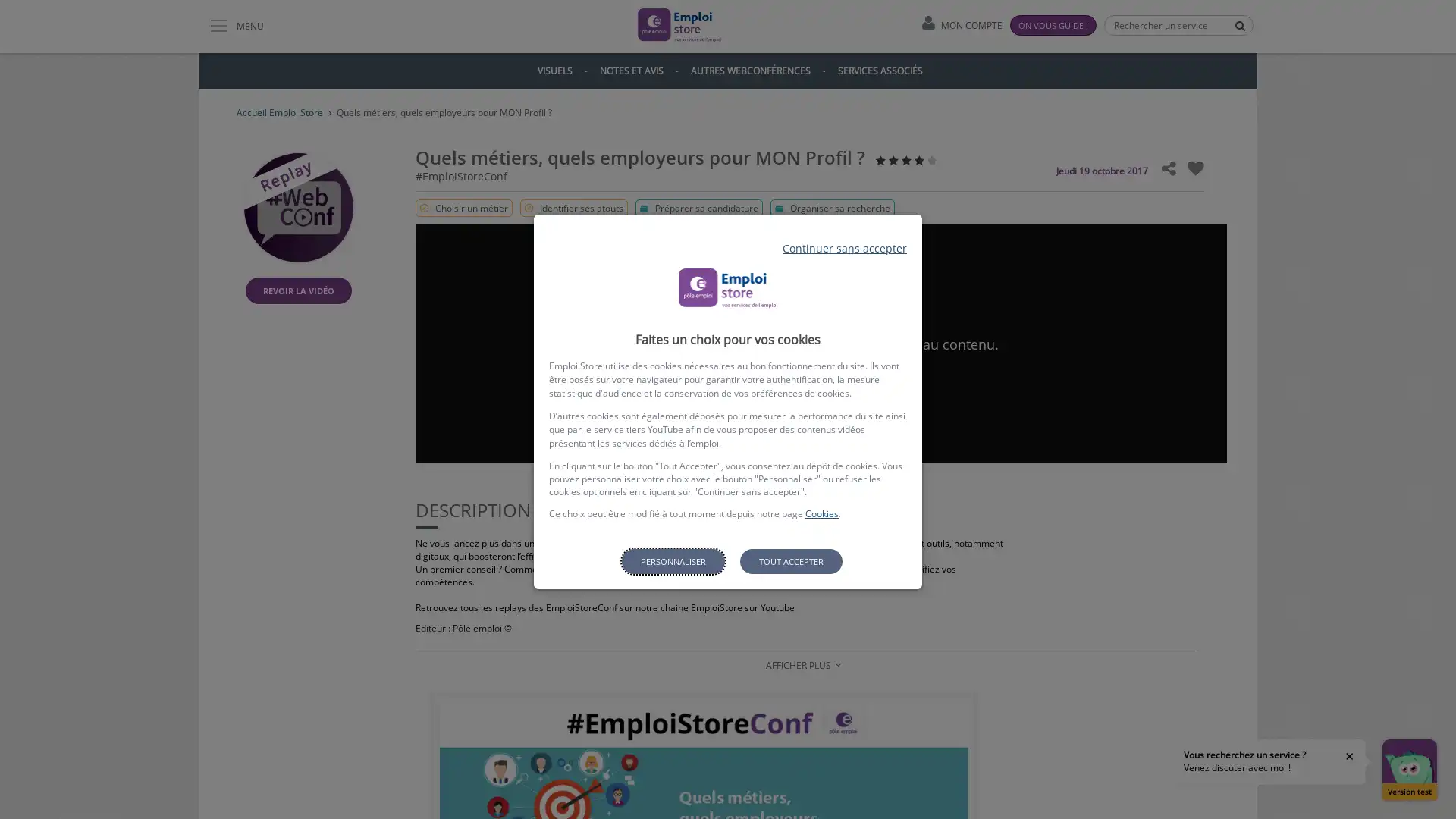 Image resolution: width=1456 pixels, height=819 pixels. What do you see at coordinates (1350, 755) in the screenshot?
I see `Fermer la bulle d'aide` at bounding box center [1350, 755].